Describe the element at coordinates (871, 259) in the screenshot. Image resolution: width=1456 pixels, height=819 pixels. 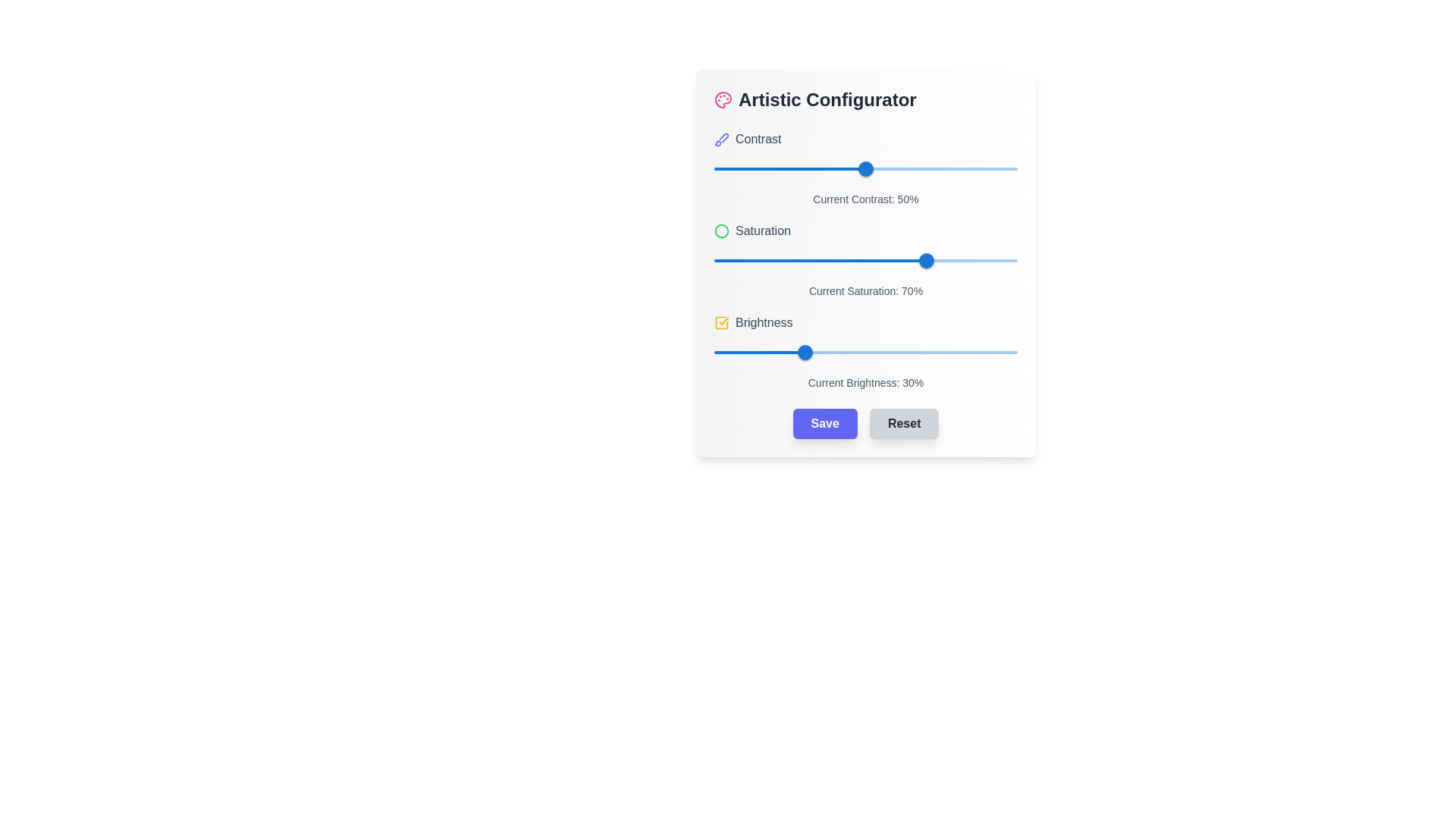
I see `saturation` at that location.